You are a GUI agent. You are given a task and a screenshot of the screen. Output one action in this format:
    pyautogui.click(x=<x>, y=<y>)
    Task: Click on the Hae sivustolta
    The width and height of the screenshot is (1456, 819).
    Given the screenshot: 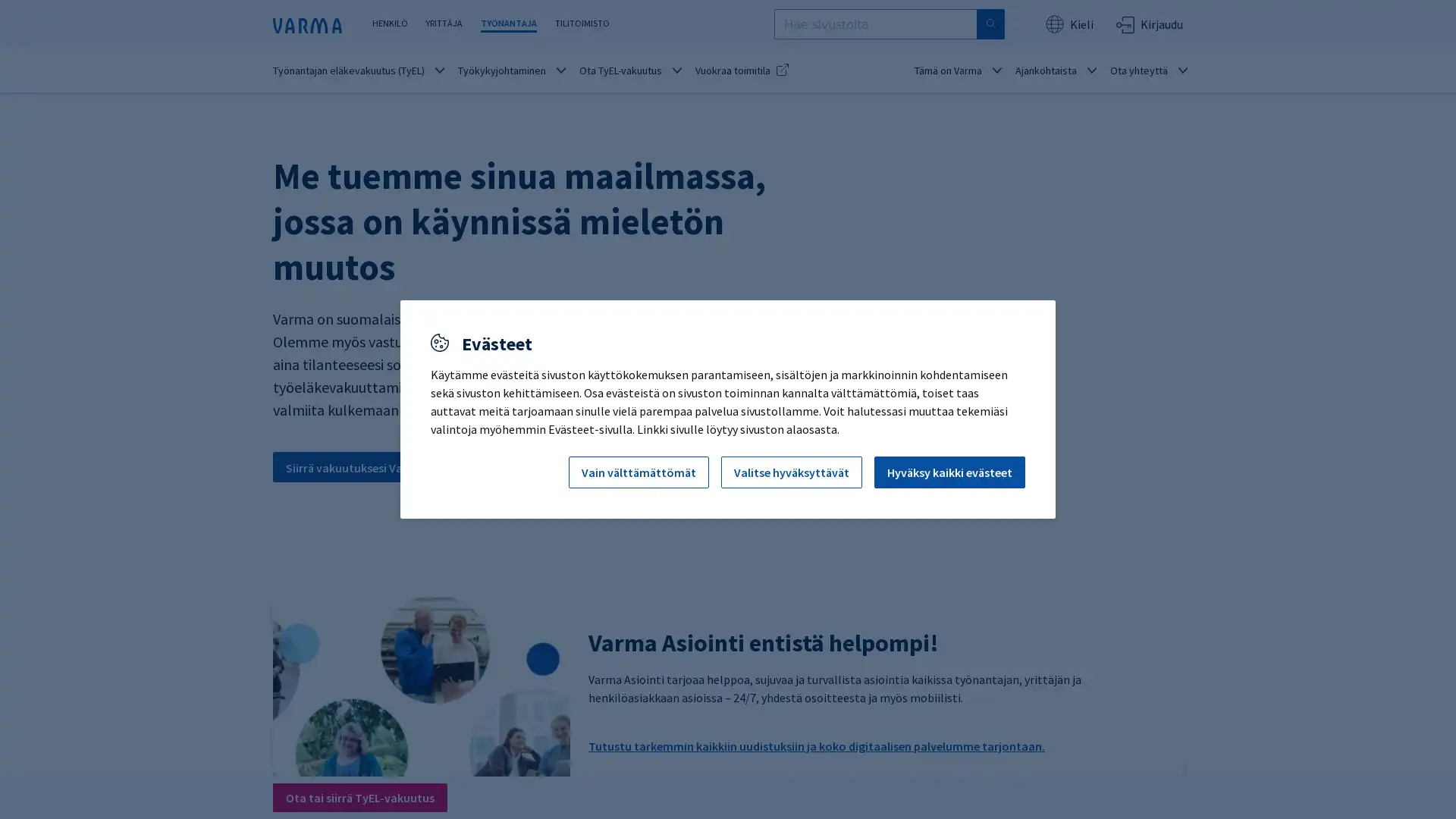 What is the action you would take?
    pyautogui.click(x=990, y=24)
    